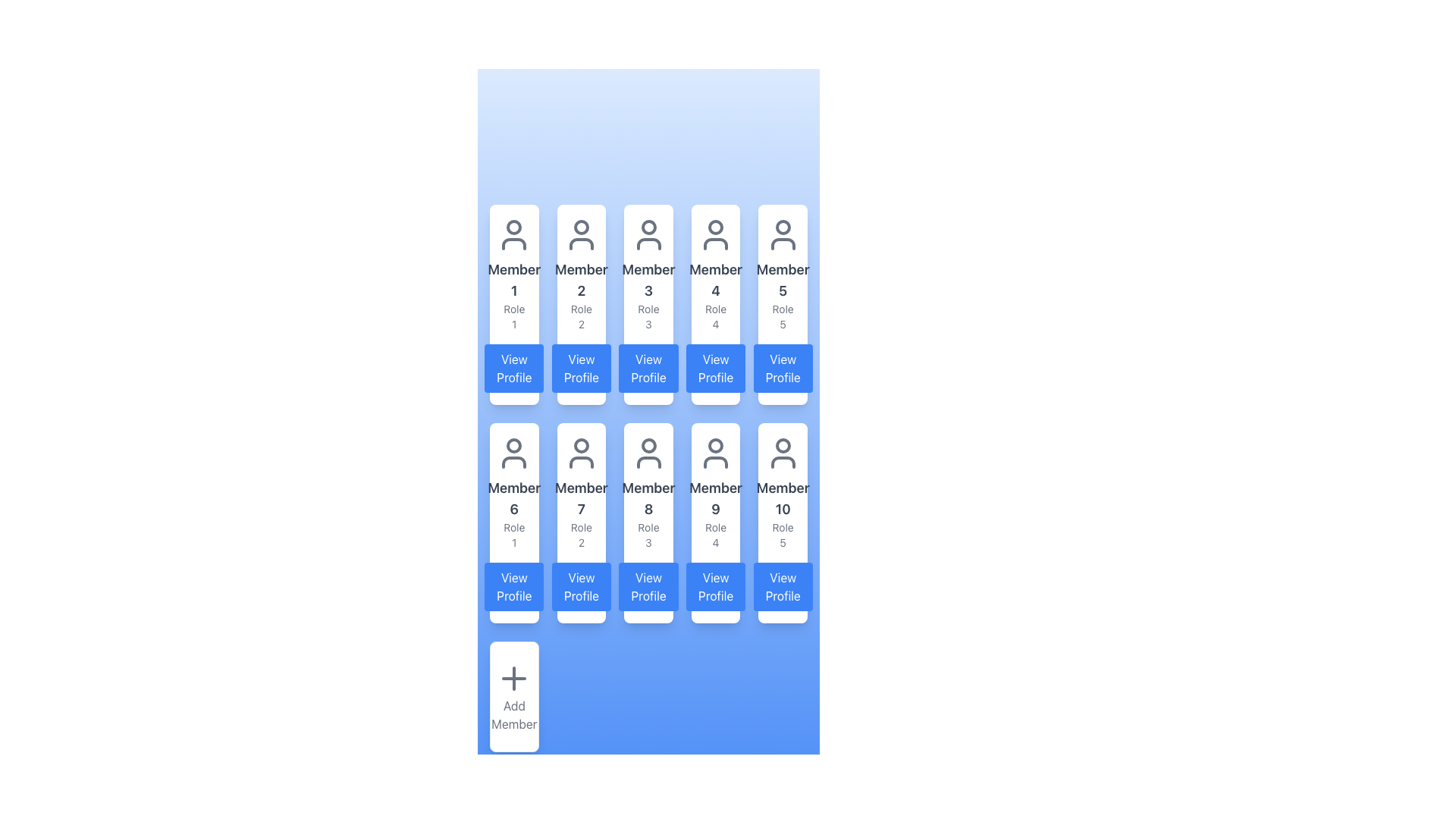 This screenshot has height=819, width=1456. I want to click on the circular profile icon representing 'Member 3' located in the top part of the member card, so click(648, 227).